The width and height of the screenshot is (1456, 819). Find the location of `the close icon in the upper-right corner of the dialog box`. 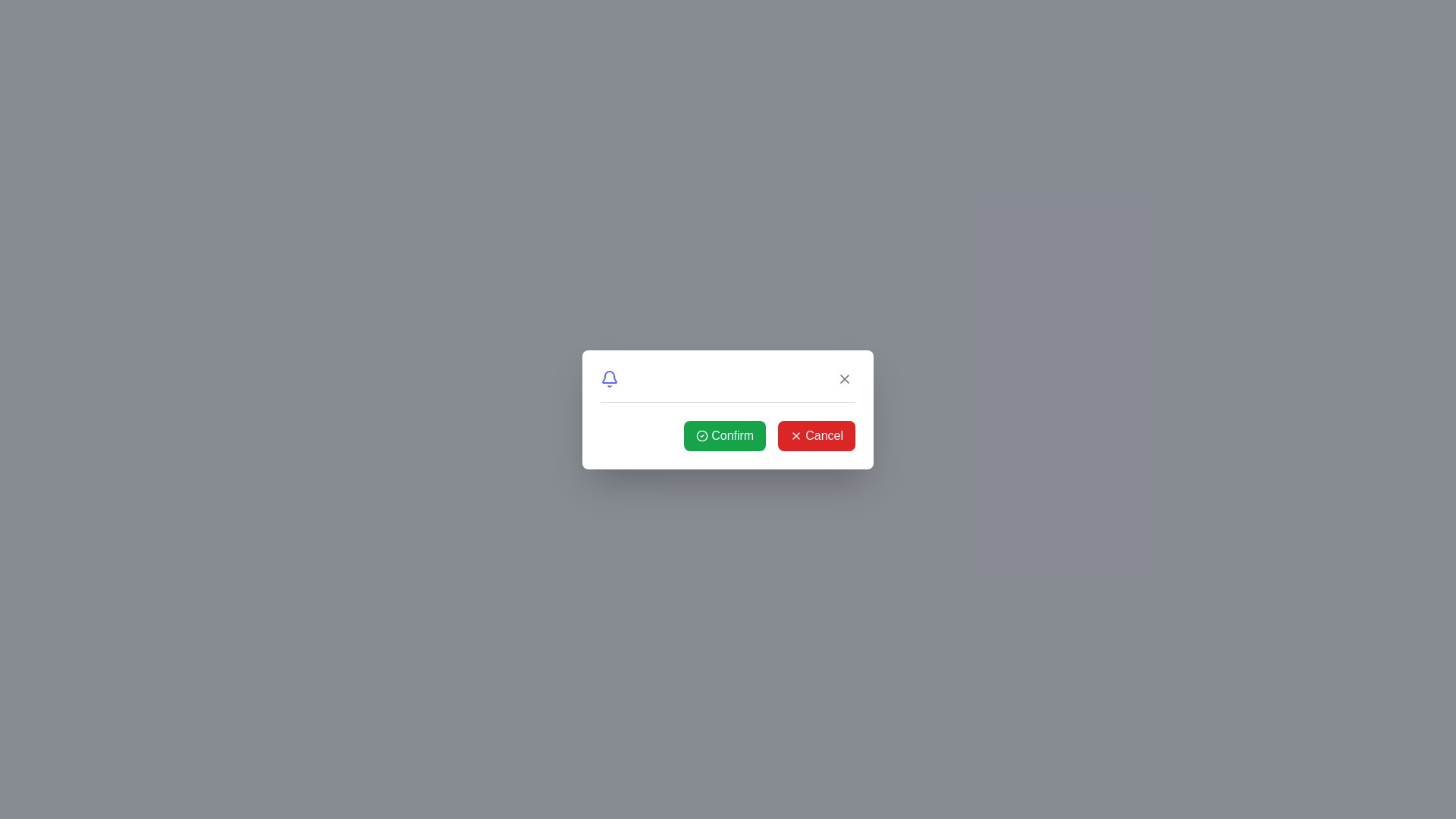

the close icon in the upper-right corner of the dialog box is located at coordinates (843, 377).